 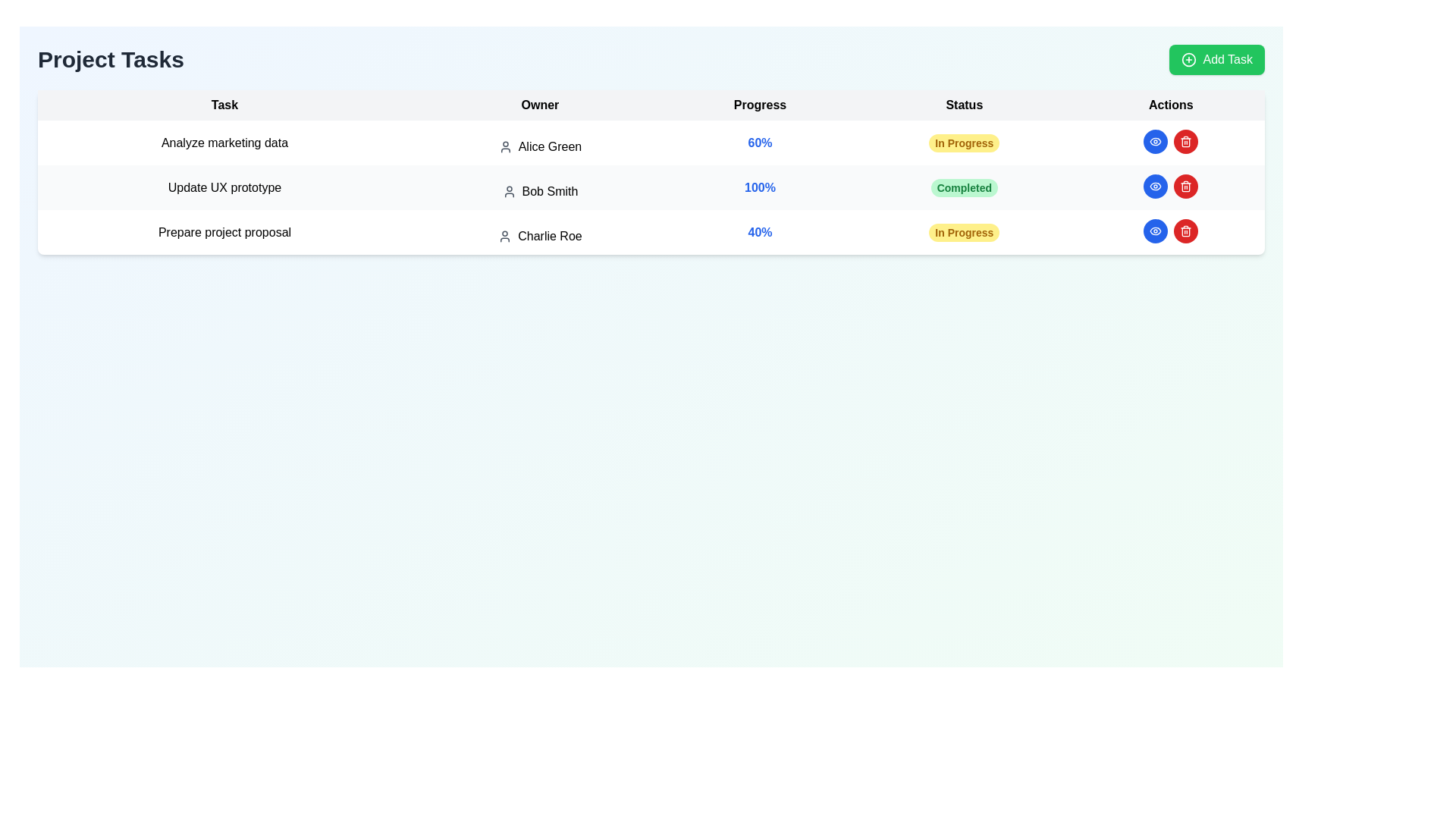 I want to click on the circular red button with a trash can icon located in the 'Actions' column of the second row to initiate the delete action, so click(x=1185, y=141).